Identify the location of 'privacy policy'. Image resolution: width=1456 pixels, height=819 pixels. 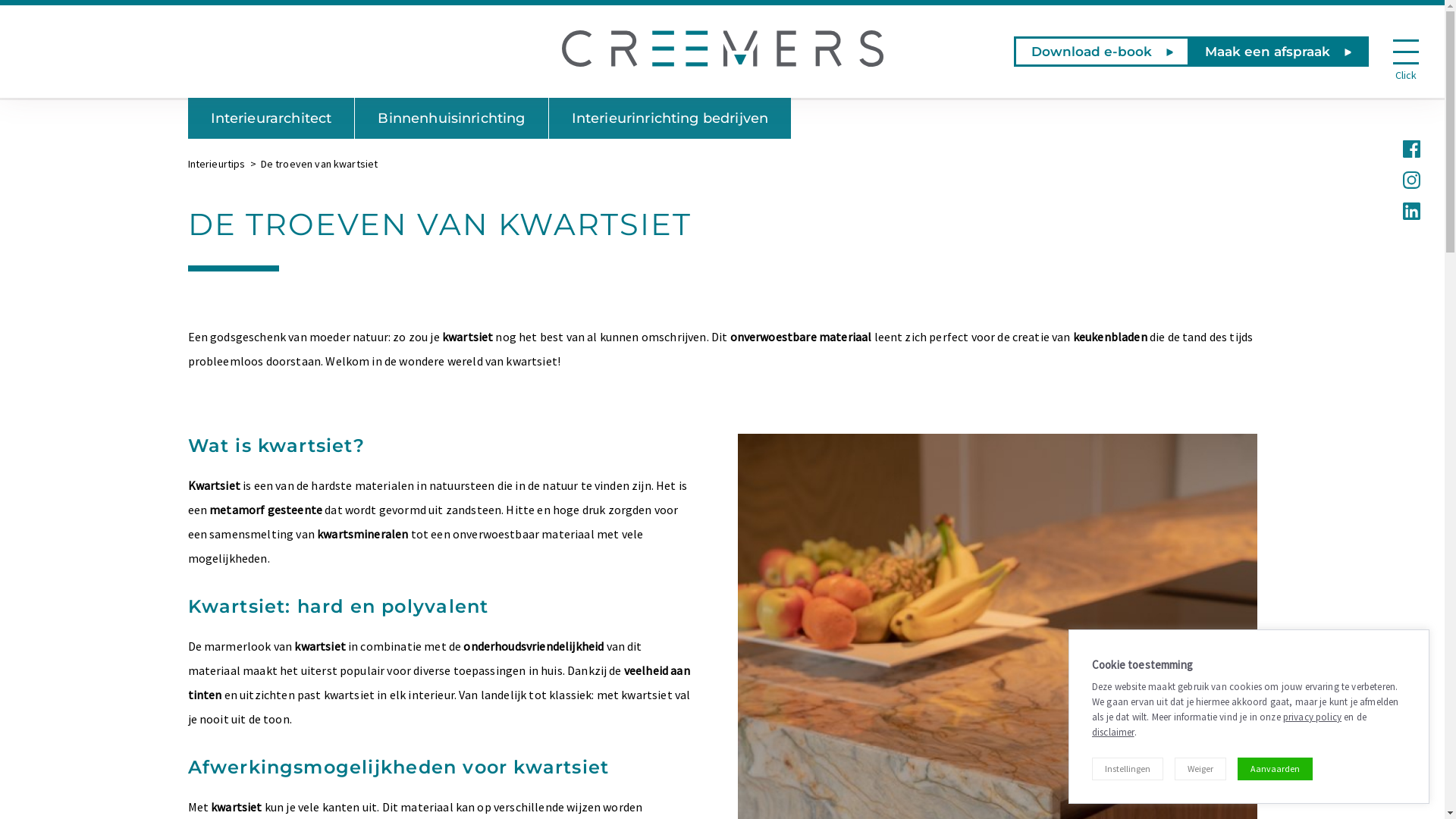
(1282, 717).